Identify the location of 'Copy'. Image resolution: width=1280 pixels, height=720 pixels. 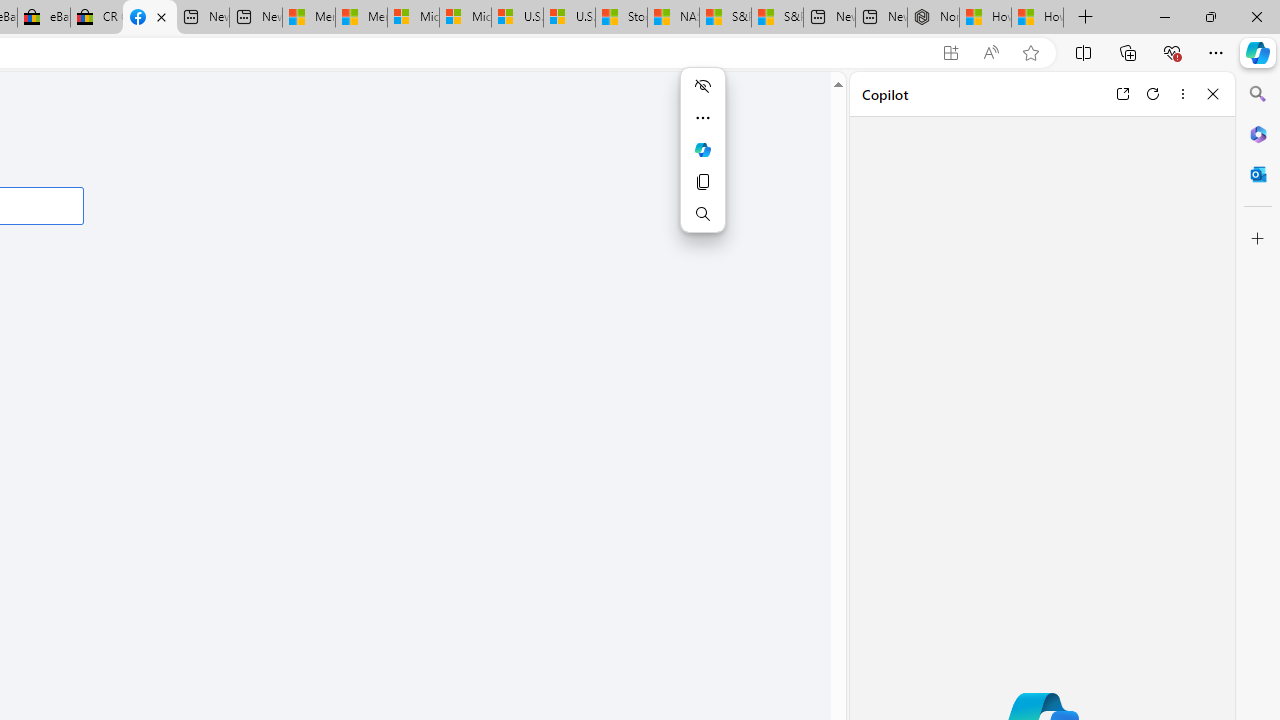
(702, 182).